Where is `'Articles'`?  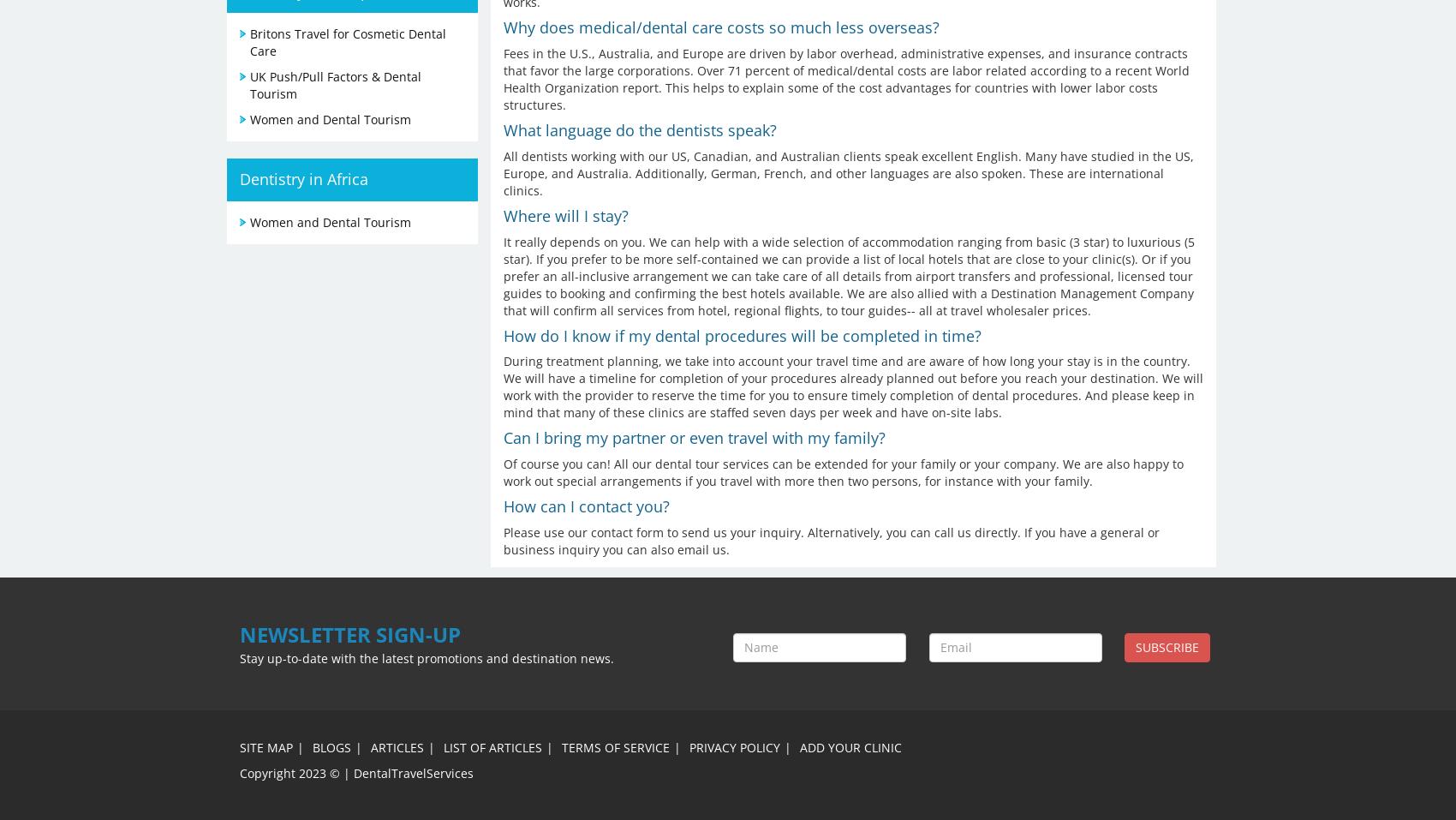
'Articles' is located at coordinates (370, 746).